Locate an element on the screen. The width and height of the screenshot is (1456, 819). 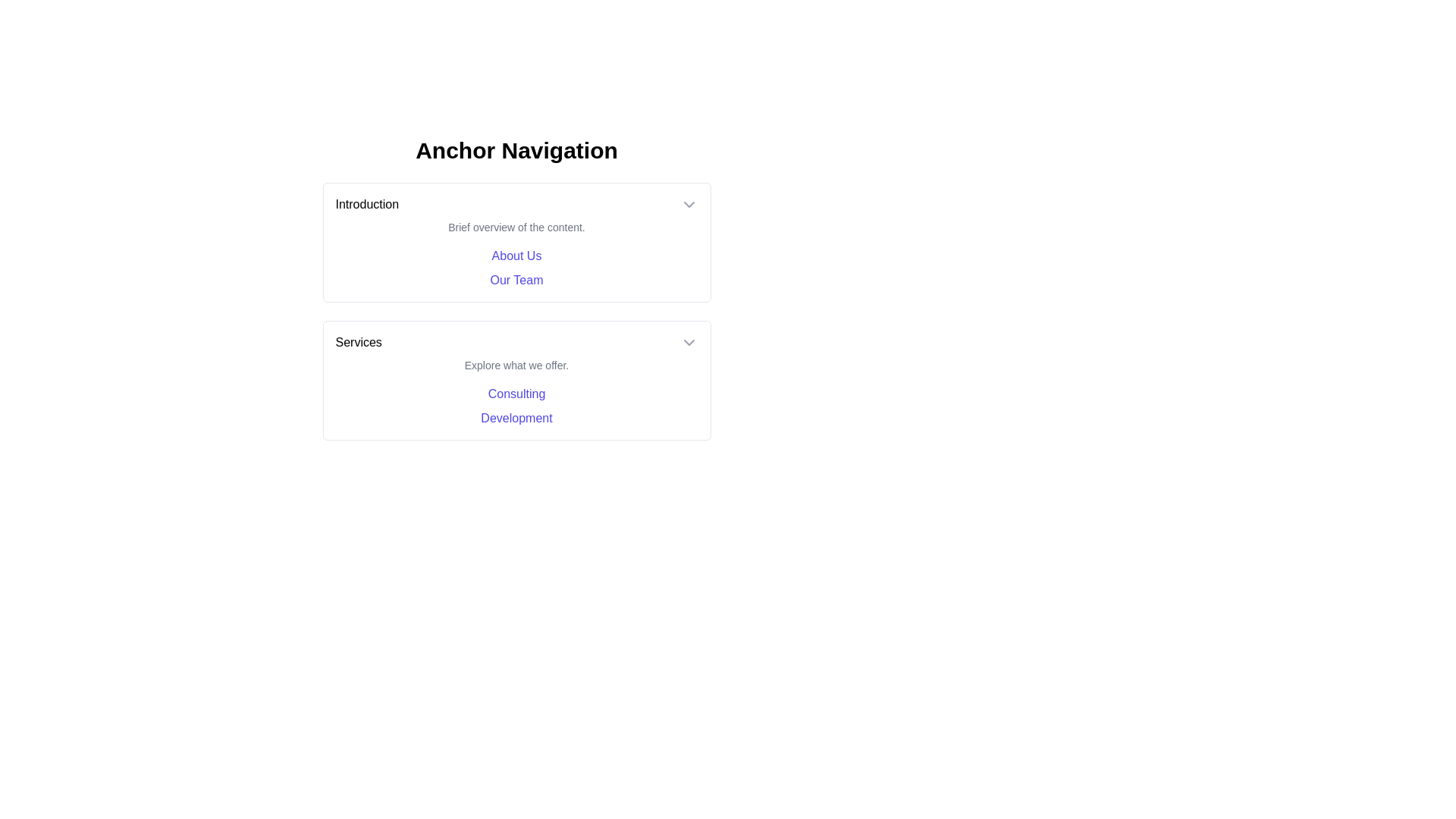
the 'About Us' hyperlink, which is styled in indigo color and shows an underline on hover, located in the 'Introduction' section between 'Brief overview' and 'Our Team' is located at coordinates (516, 255).